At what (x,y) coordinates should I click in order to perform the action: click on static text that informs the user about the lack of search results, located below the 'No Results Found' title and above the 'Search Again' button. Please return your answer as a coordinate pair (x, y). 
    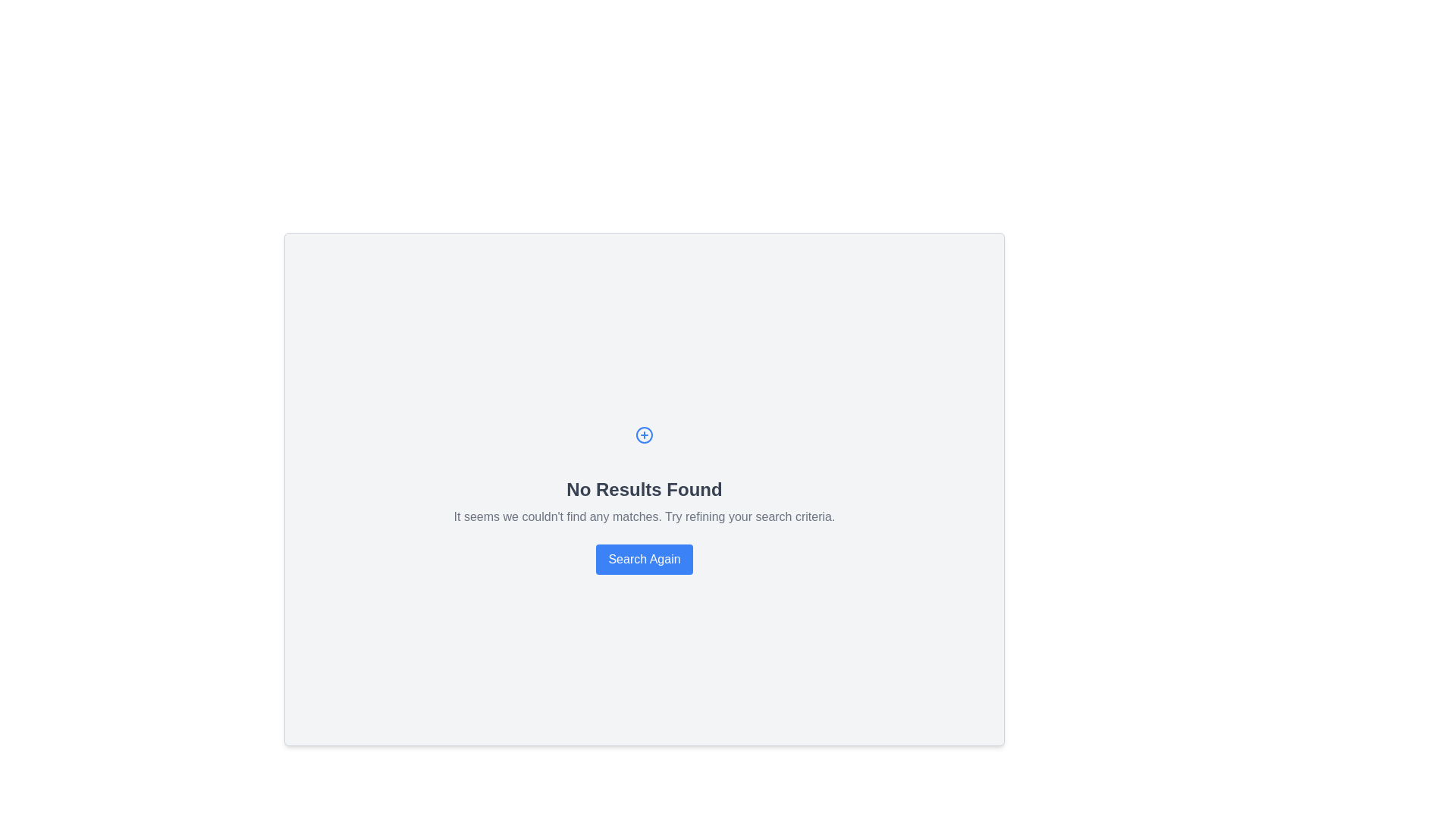
    Looking at the image, I should click on (644, 516).